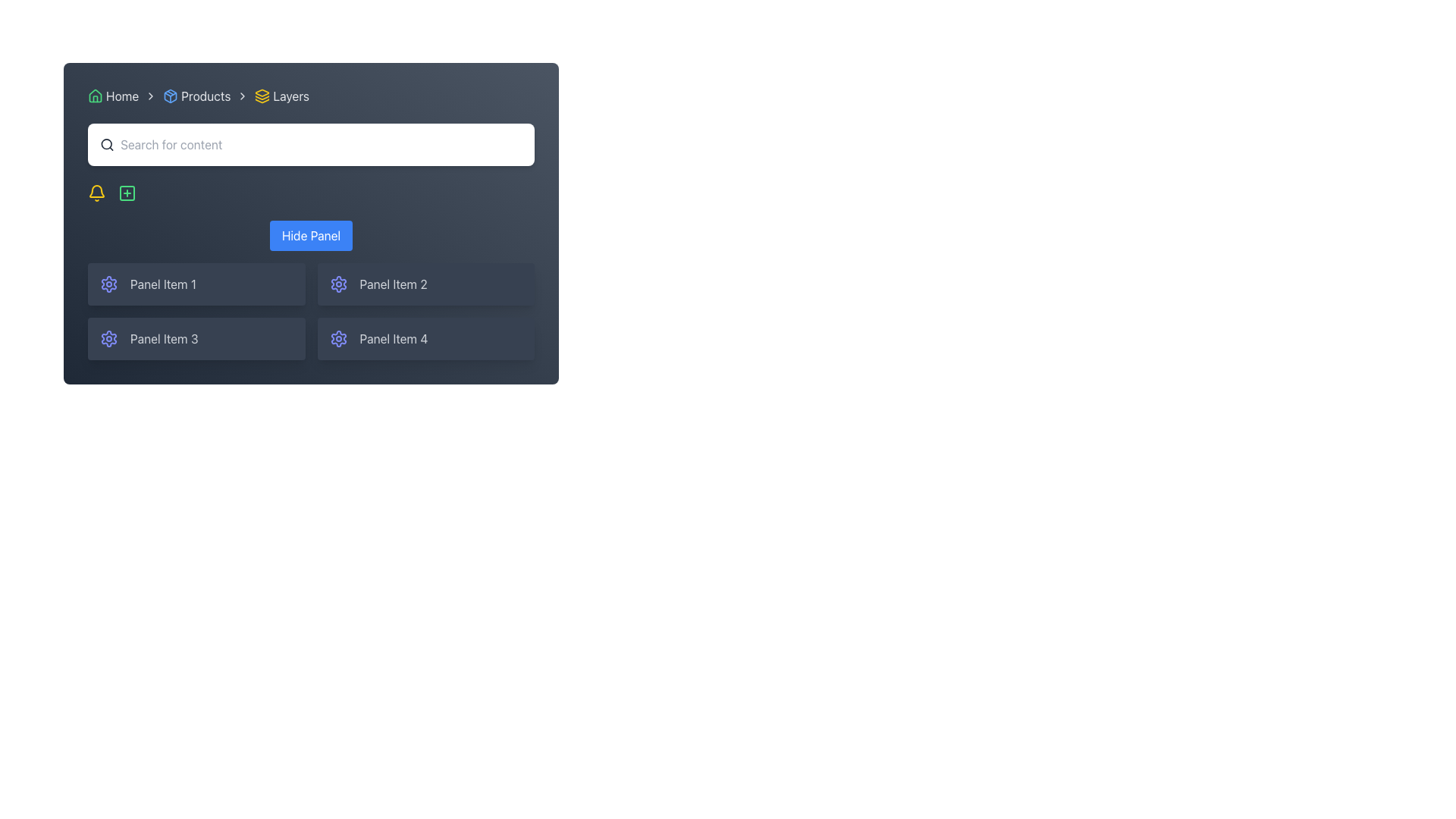 The height and width of the screenshot is (819, 1456). What do you see at coordinates (394, 338) in the screenshot?
I see `text label located in the bottom right corner of the grid layout, specifically the fourth item under 'Panel Item 2'` at bounding box center [394, 338].